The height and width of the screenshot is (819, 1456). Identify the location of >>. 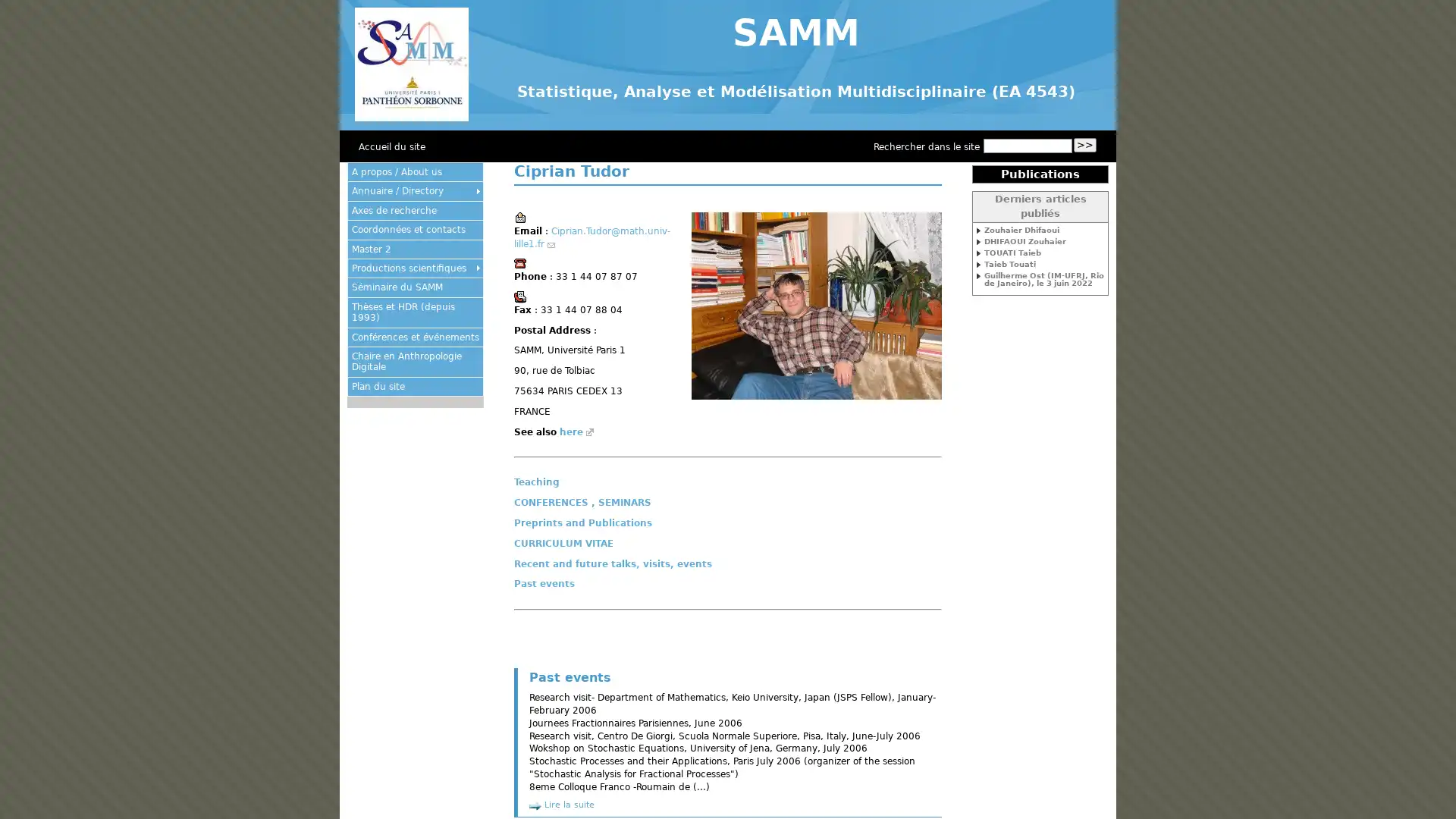
(1084, 145).